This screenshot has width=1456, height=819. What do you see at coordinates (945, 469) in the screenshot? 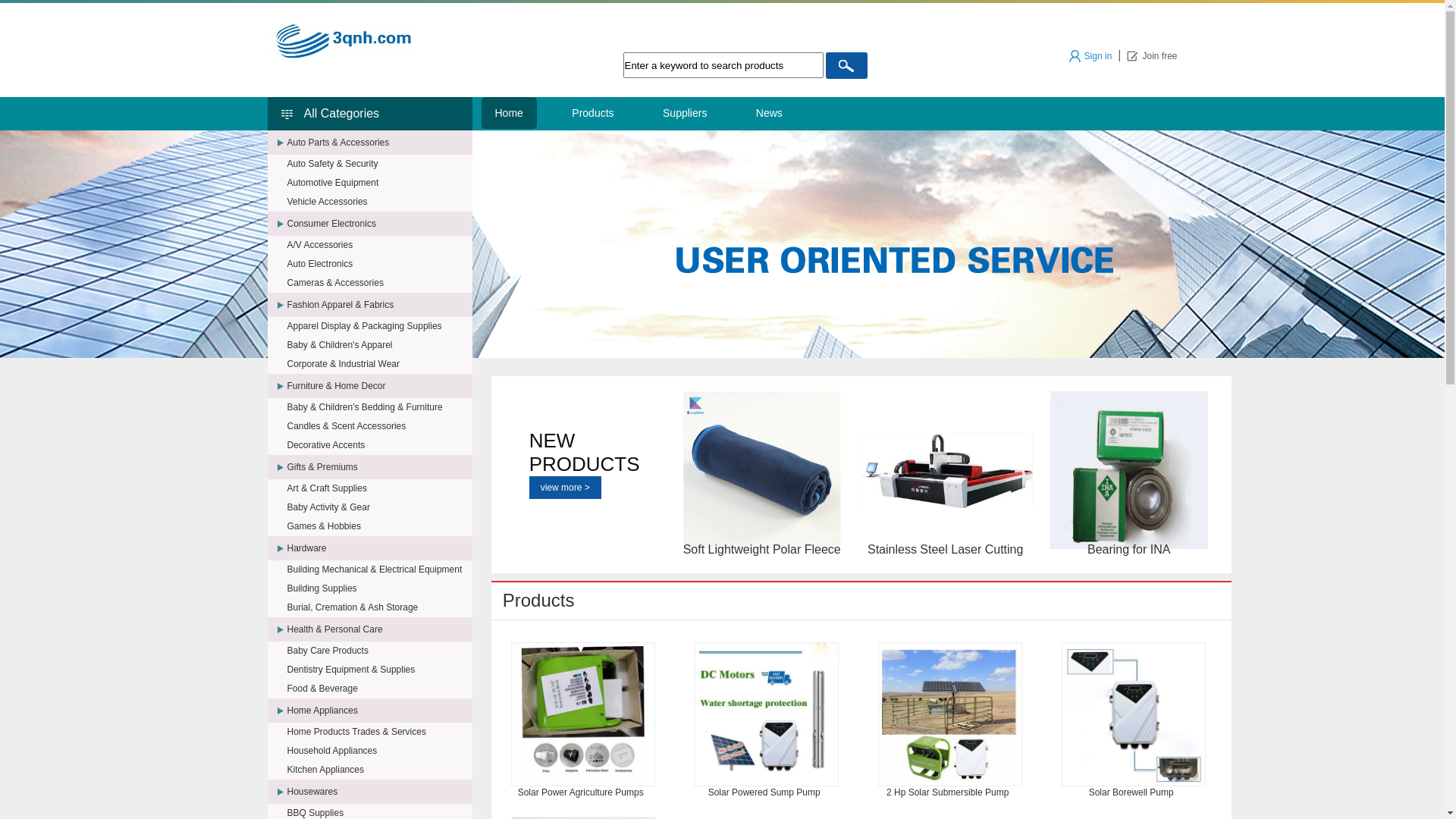
I see `'Stainless Steel Laser Cutting Machine'` at bounding box center [945, 469].